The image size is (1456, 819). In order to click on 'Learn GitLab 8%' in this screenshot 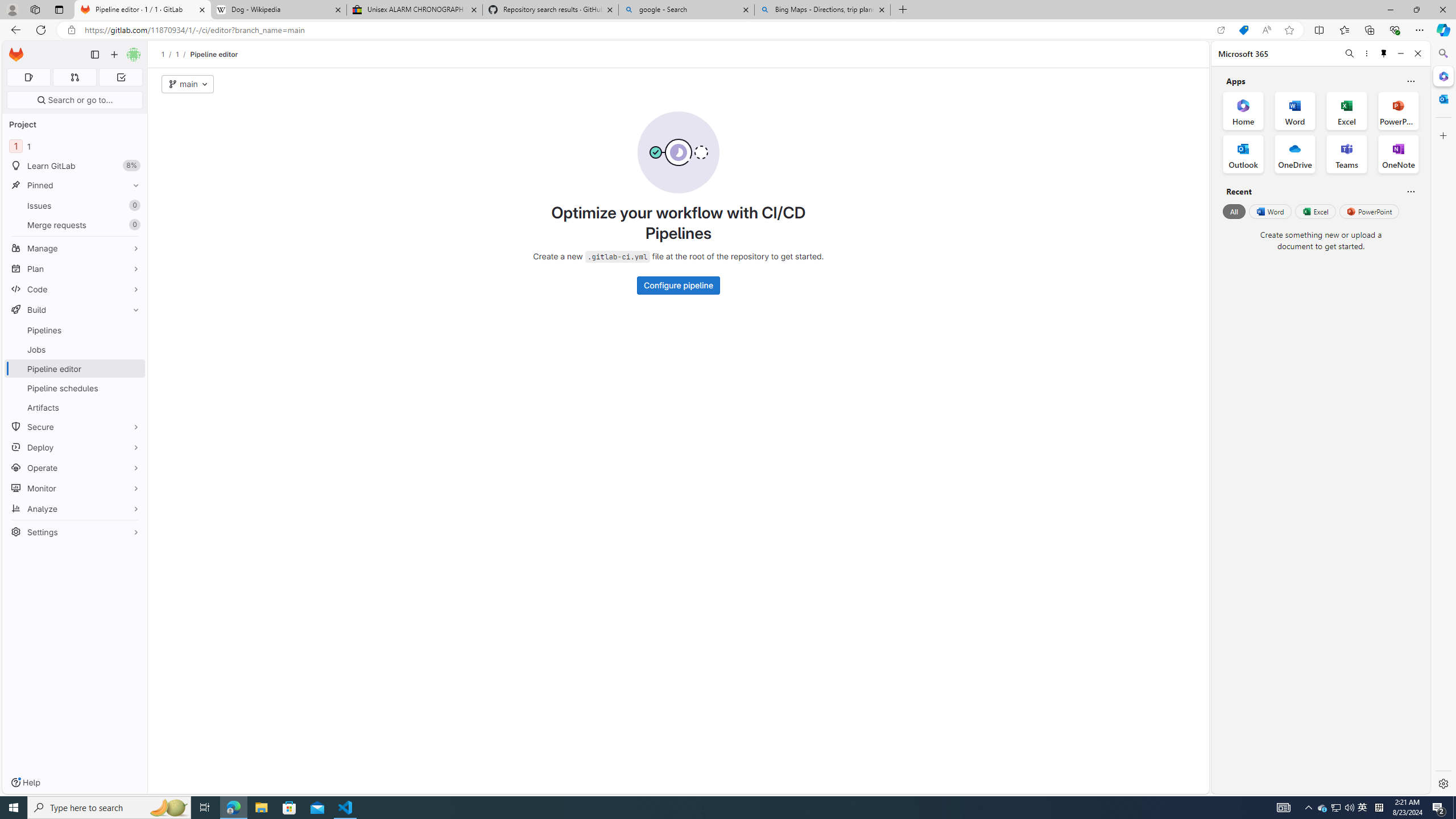, I will do `click(74, 166)`.